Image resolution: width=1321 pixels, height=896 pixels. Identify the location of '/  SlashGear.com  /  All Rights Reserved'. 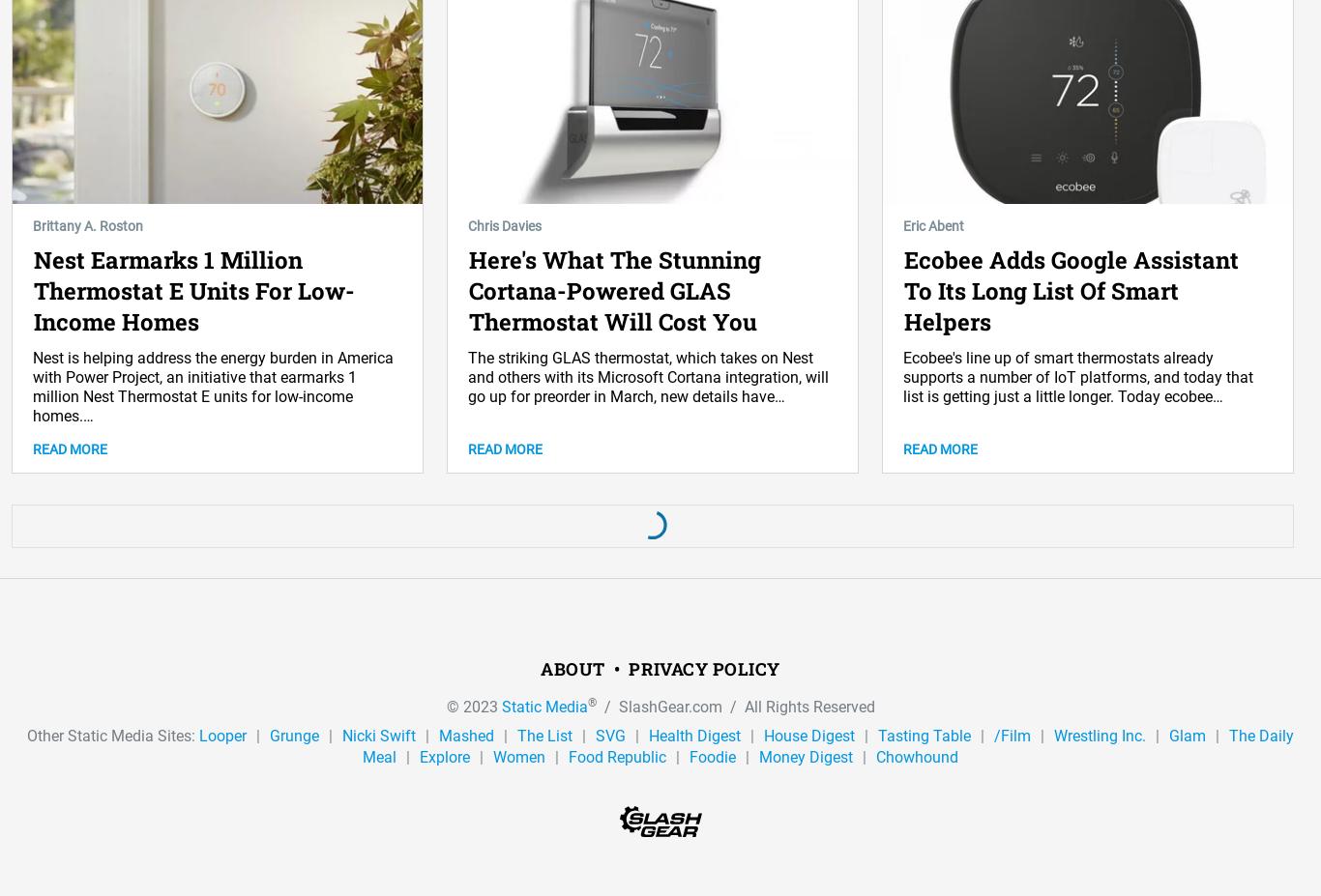
(735, 705).